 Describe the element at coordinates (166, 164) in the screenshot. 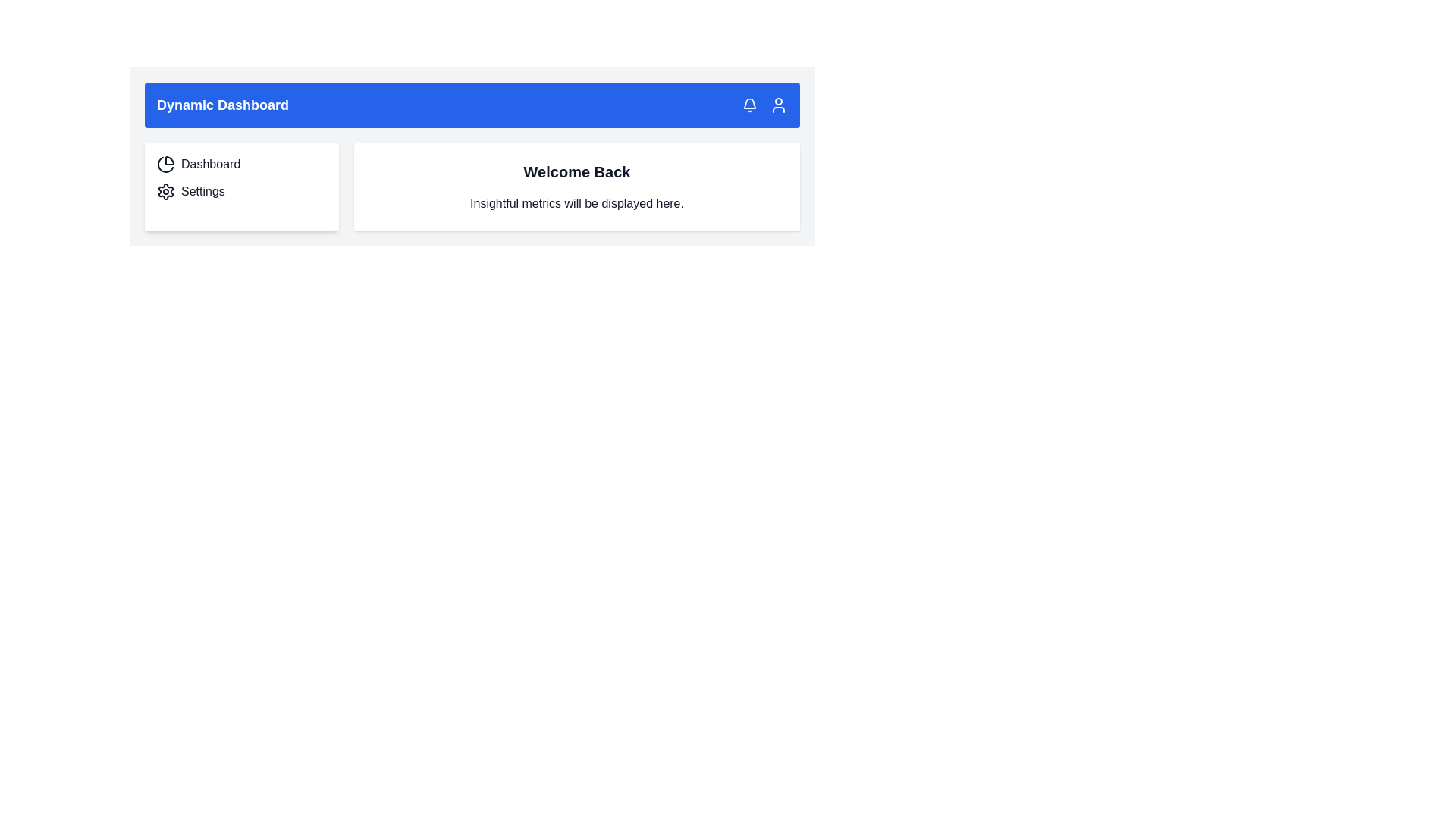

I see `the 'Dashboard' button, which visually represents the 'Dashboard' section and is located underneath the blue header bar` at that location.